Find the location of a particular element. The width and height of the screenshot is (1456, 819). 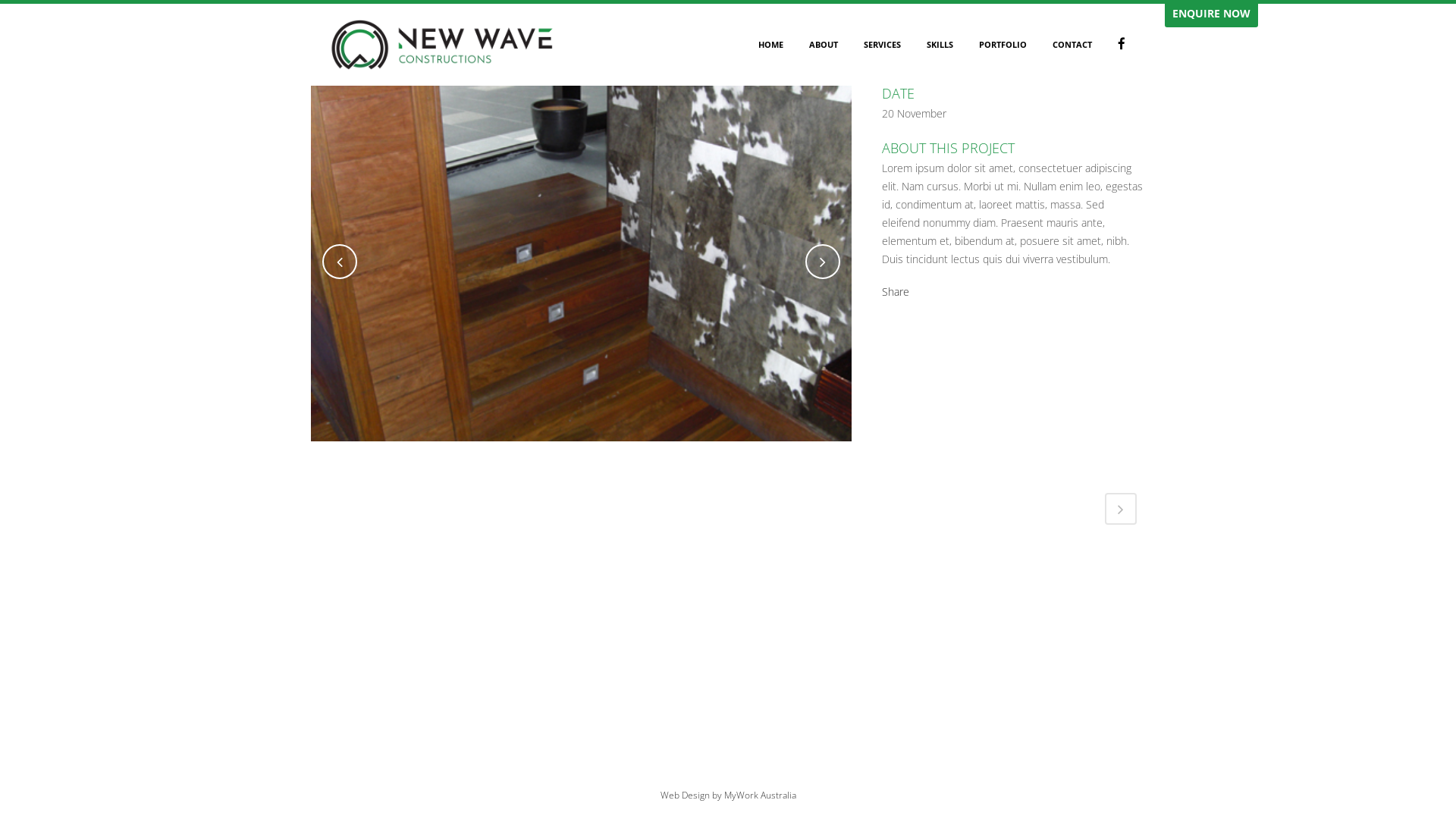

'ABOUT' is located at coordinates (795, 43).